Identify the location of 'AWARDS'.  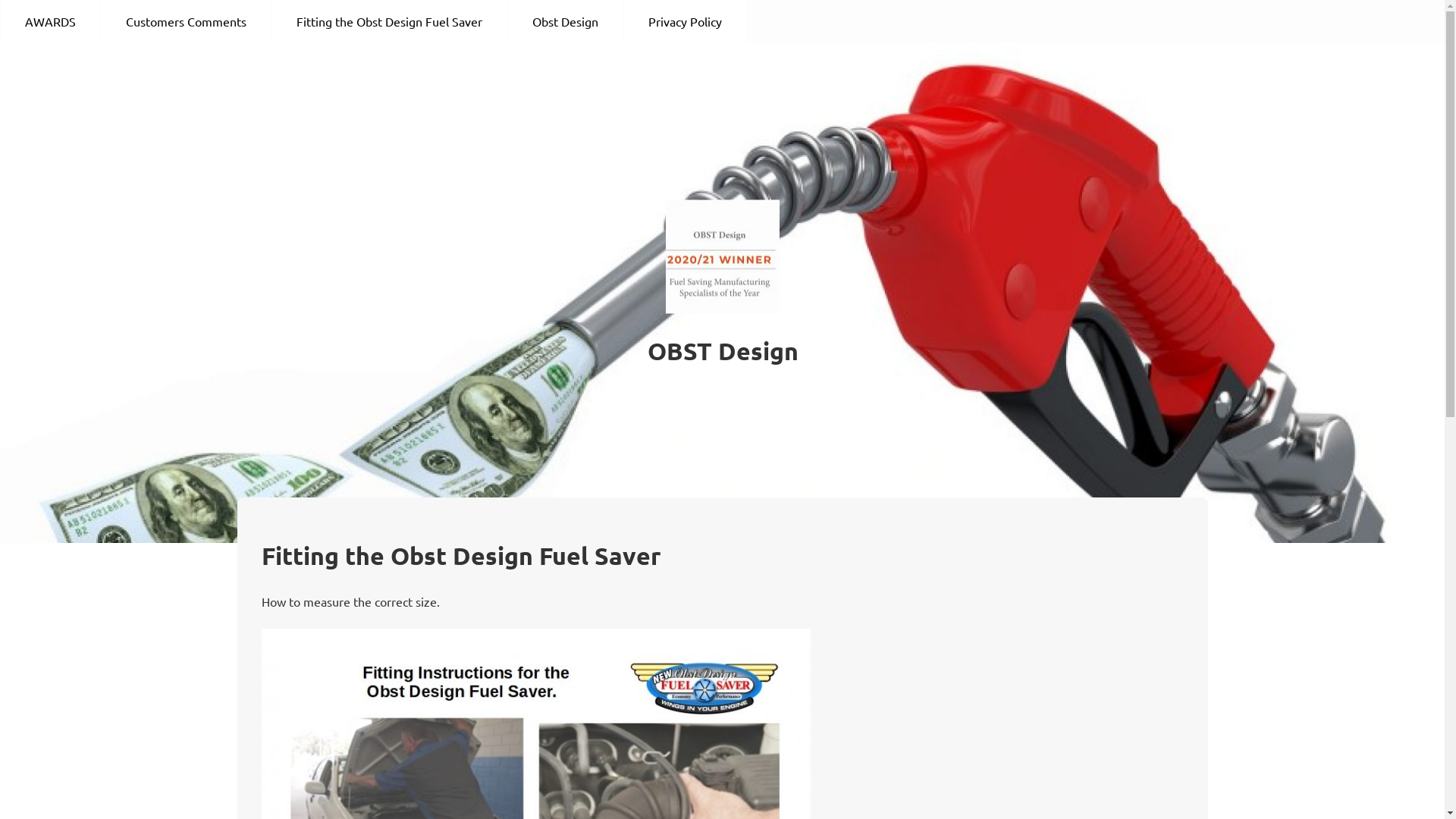
(50, 20).